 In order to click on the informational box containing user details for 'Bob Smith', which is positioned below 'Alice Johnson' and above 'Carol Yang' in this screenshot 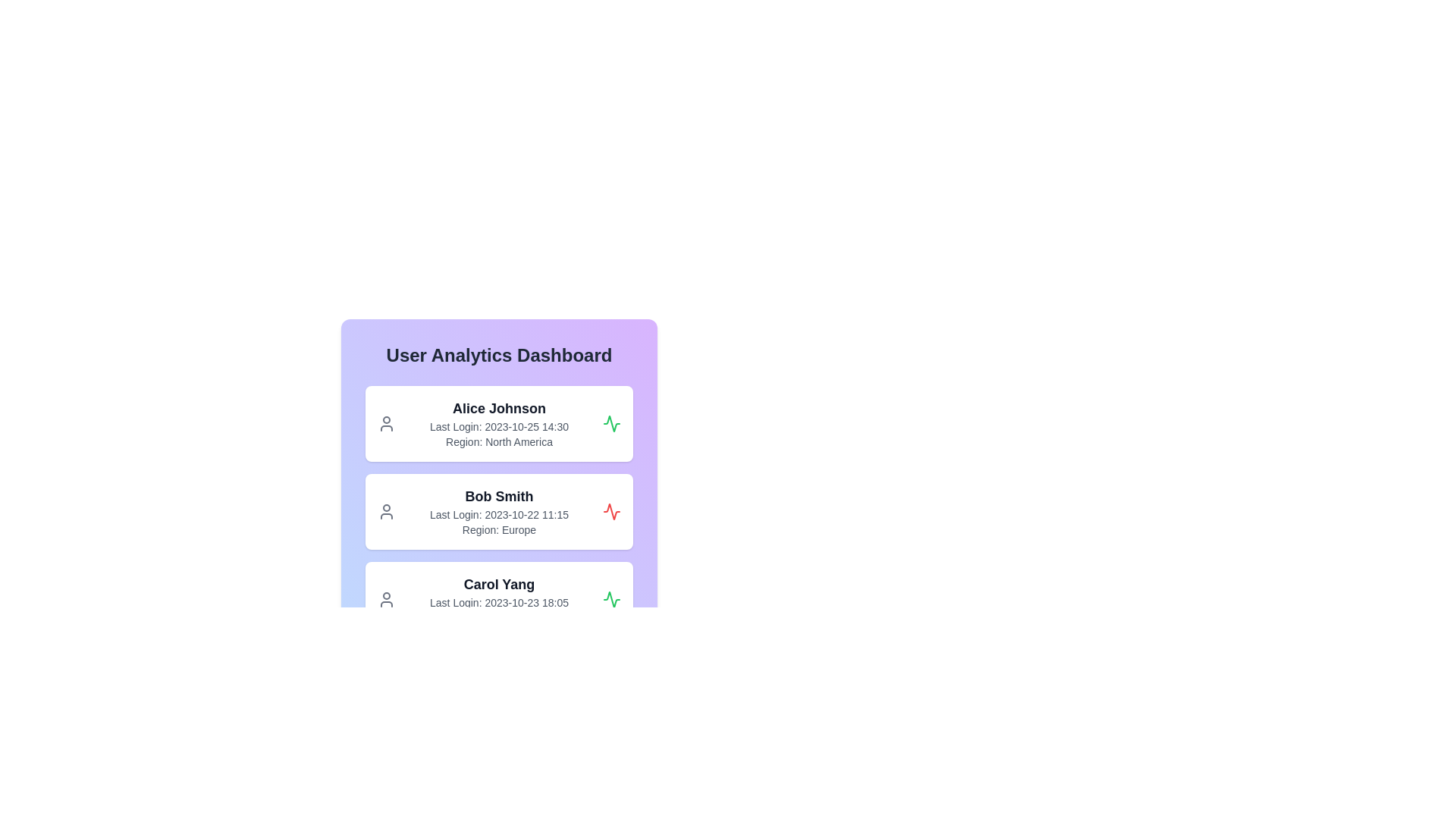, I will do `click(499, 512)`.